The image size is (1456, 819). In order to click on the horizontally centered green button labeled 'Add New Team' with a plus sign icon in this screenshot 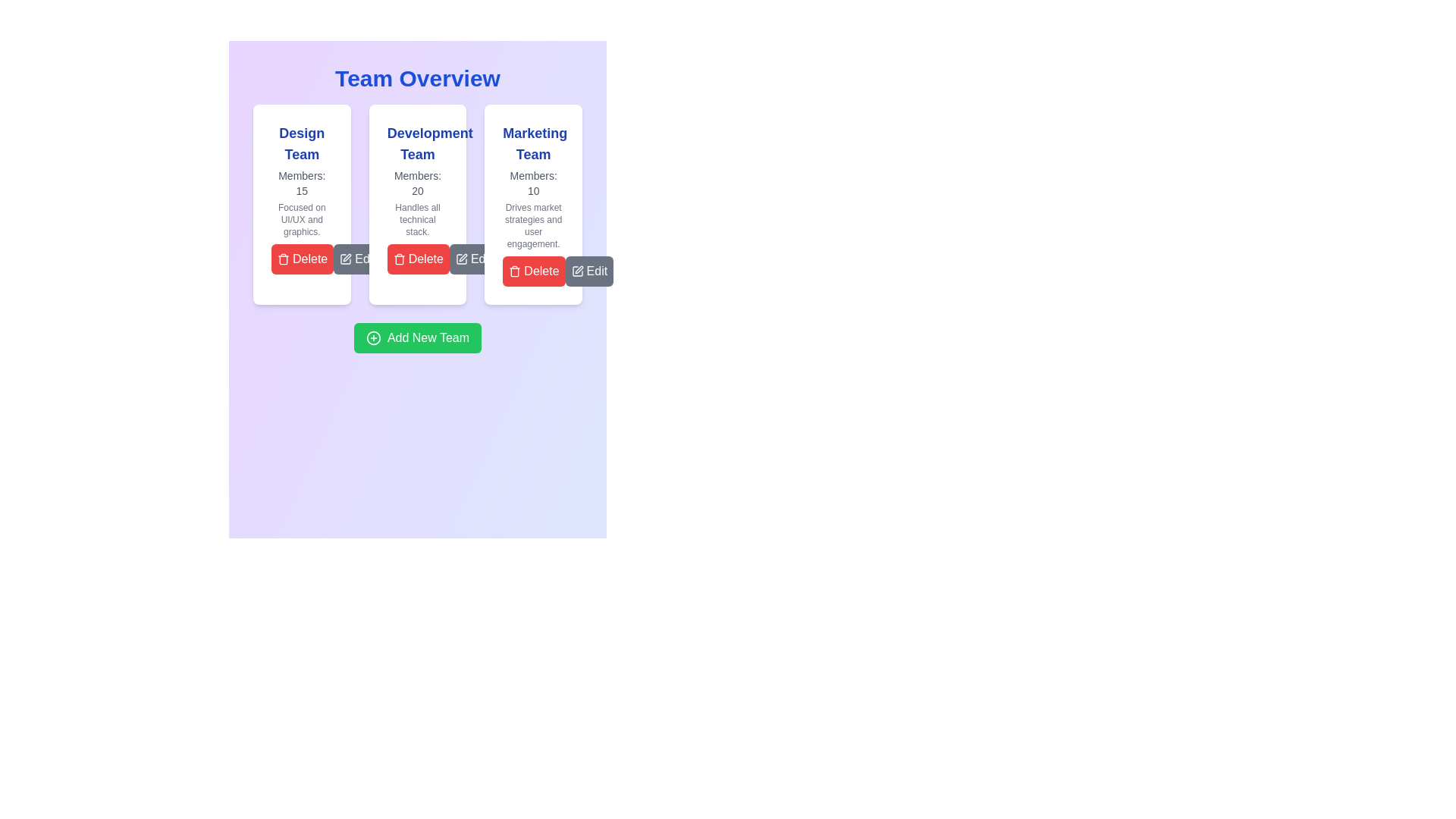, I will do `click(418, 337)`.